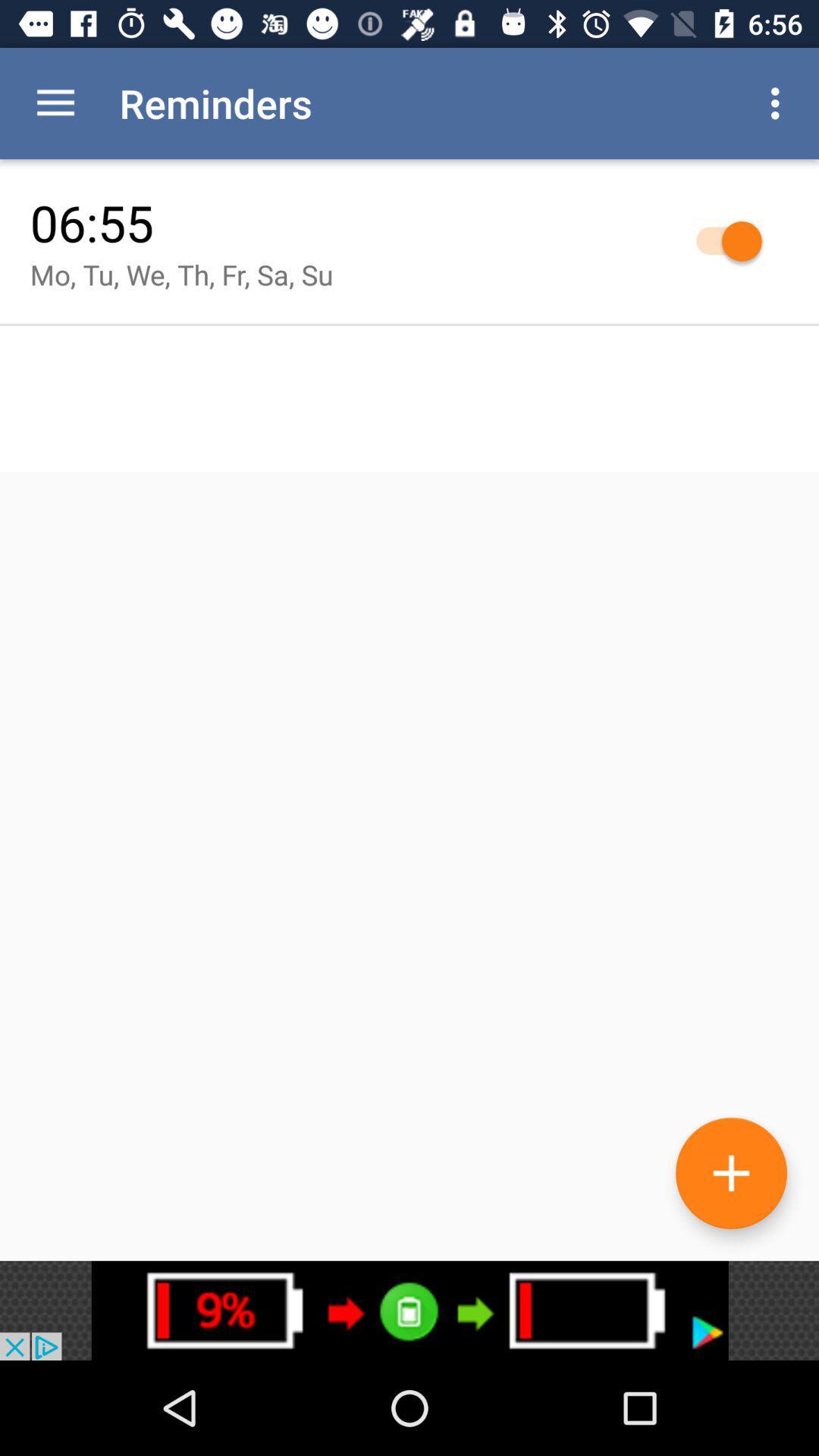 The height and width of the screenshot is (1456, 819). Describe the element at coordinates (409, 1310) in the screenshot. I see `open advertisement` at that location.